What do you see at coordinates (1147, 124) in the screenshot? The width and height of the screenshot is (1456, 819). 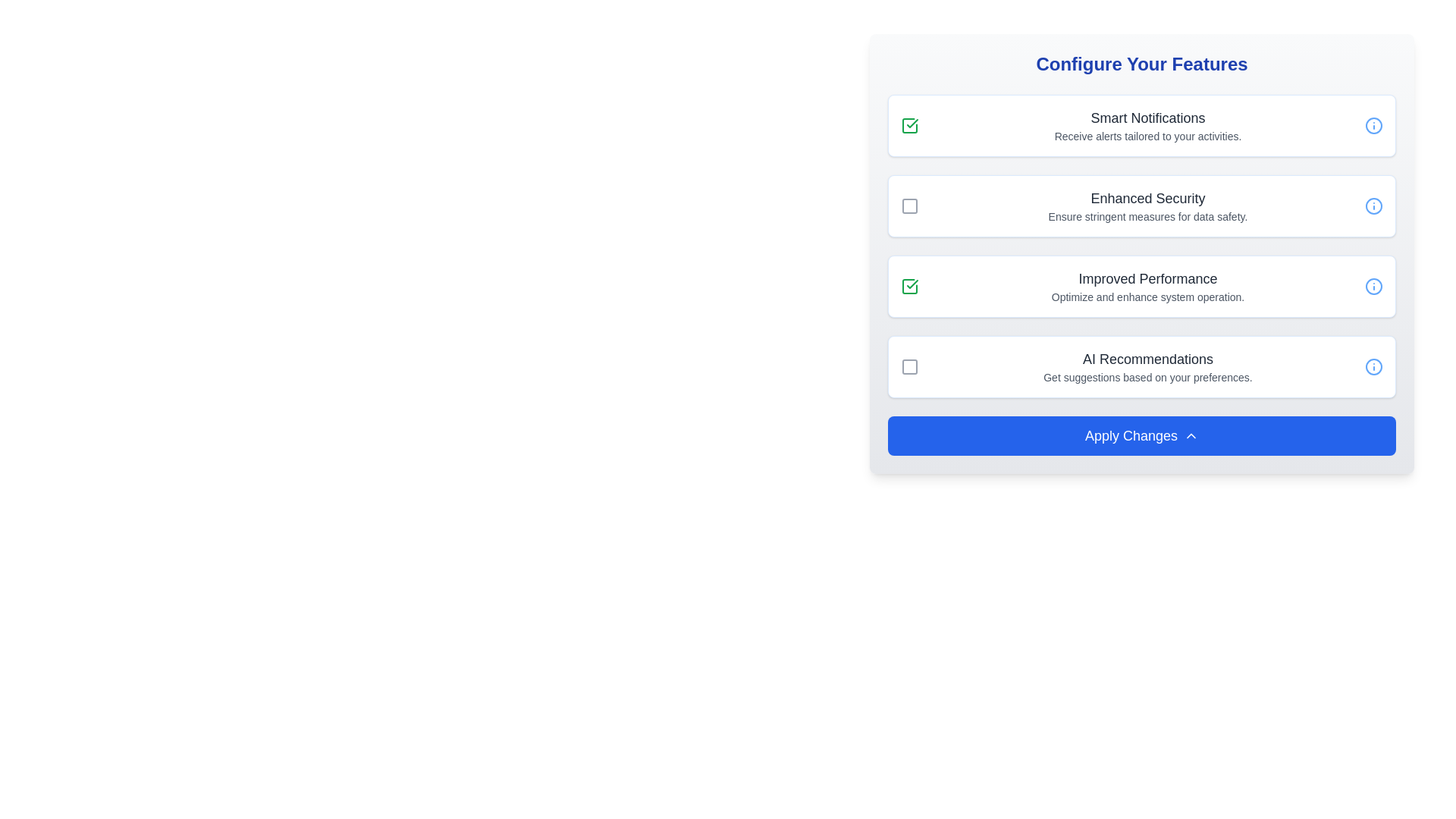 I see `the Text Block that describes the 'Smart Notifications' feature, located in the first feature box above 'Enhanced Security' and below the header 'Configure Your Features'` at bounding box center [1147, 124].